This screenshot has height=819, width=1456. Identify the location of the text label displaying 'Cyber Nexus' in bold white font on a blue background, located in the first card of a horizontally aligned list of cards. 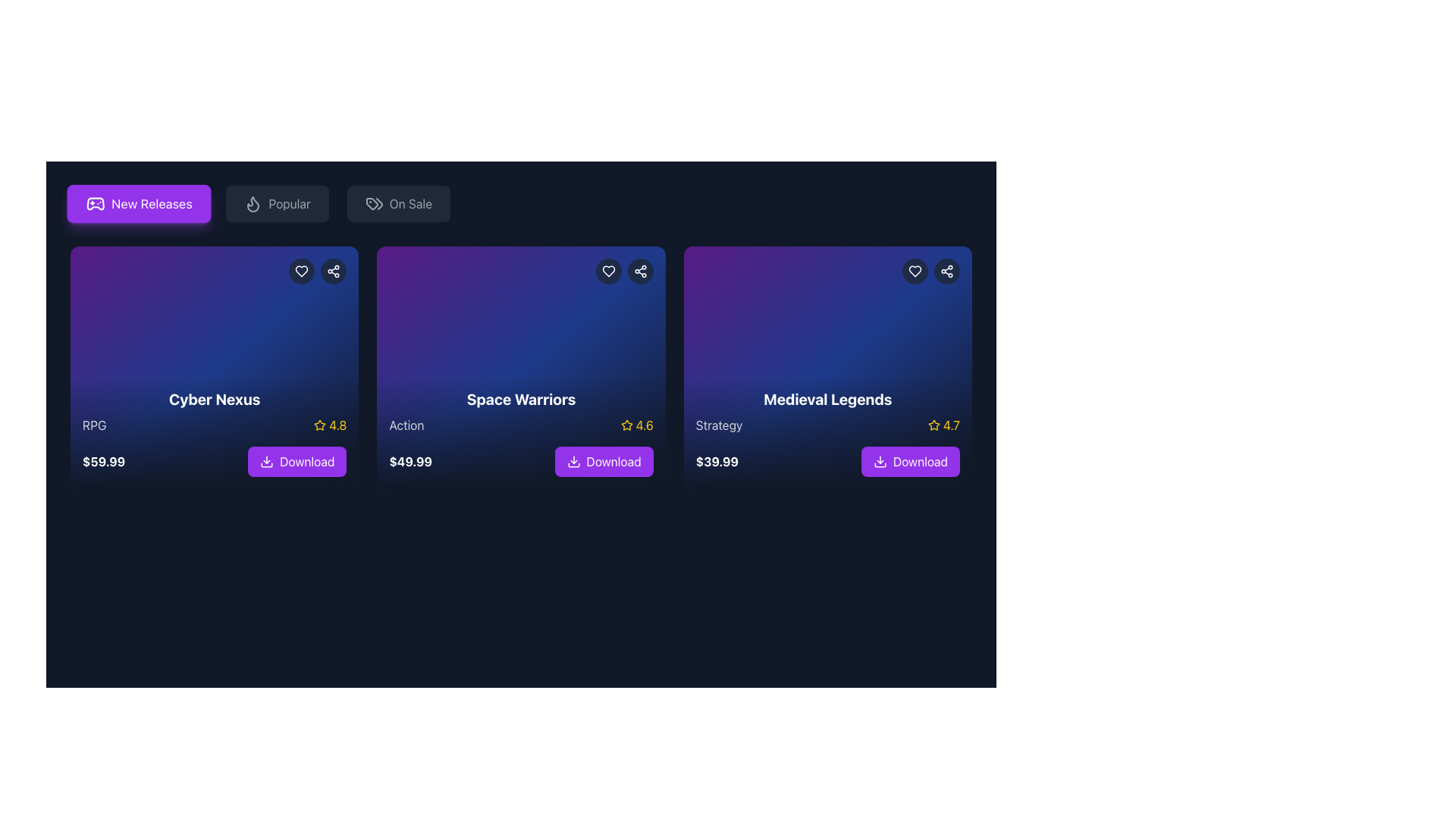
(214, 399).